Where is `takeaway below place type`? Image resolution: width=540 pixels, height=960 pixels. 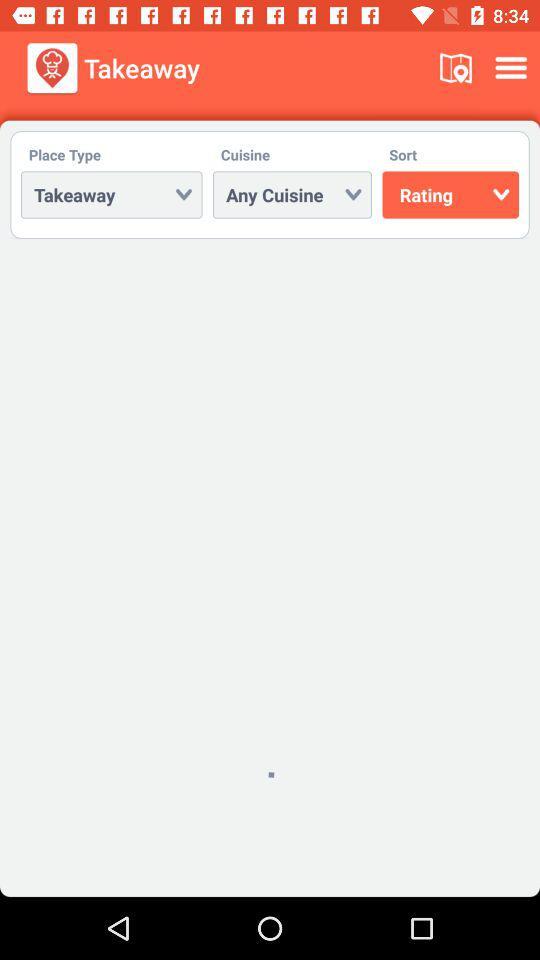 takeaway below place type is located at coordinates (111, 194).